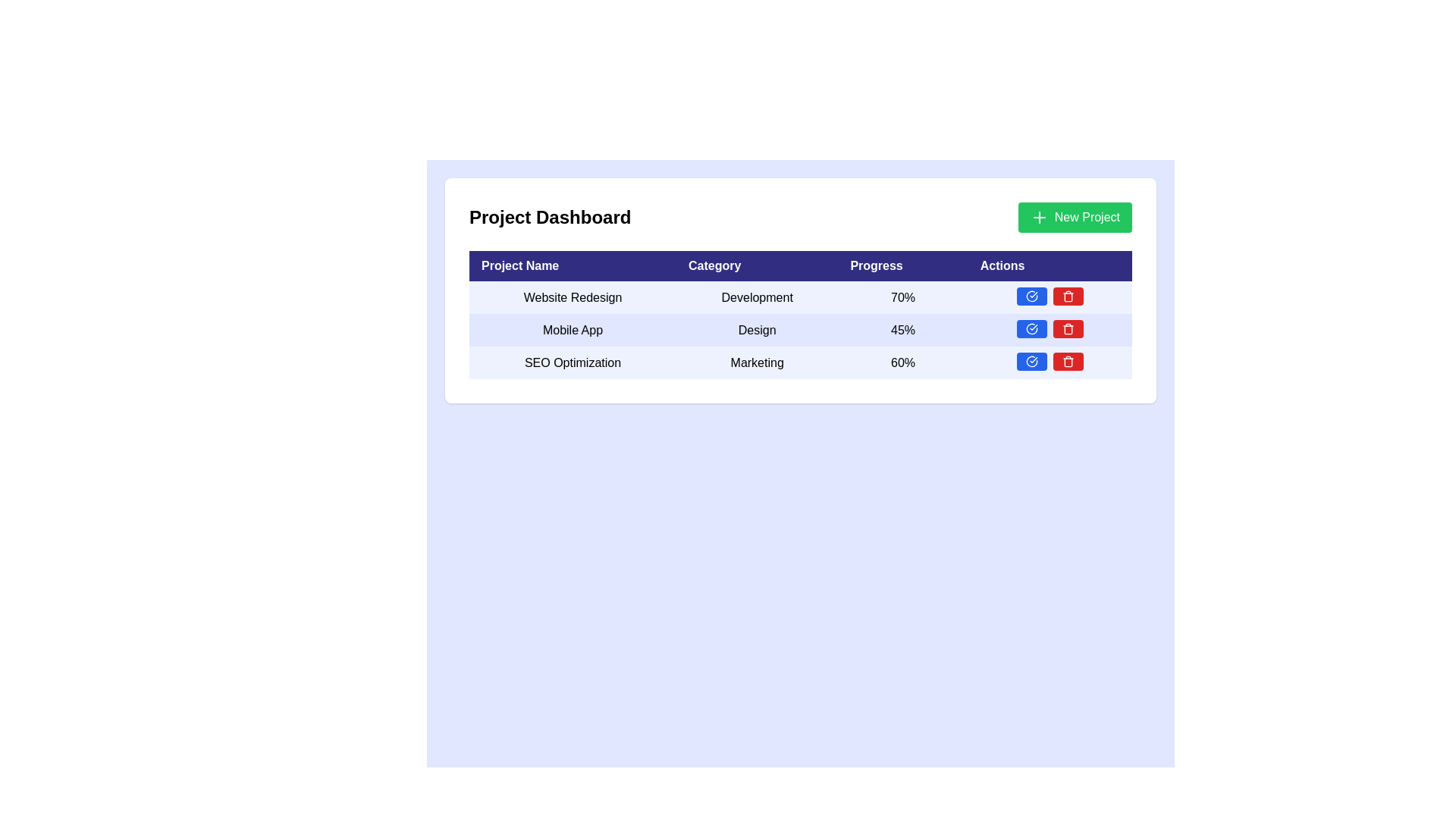 This screenshot has width=1456, height=819. Describe the element at coordinates (1067, 328) in the screenshot. I see `the trash can icon inside the button in the 'Actions' column of the second row in the 'Project Dashboard' data table` at that location.